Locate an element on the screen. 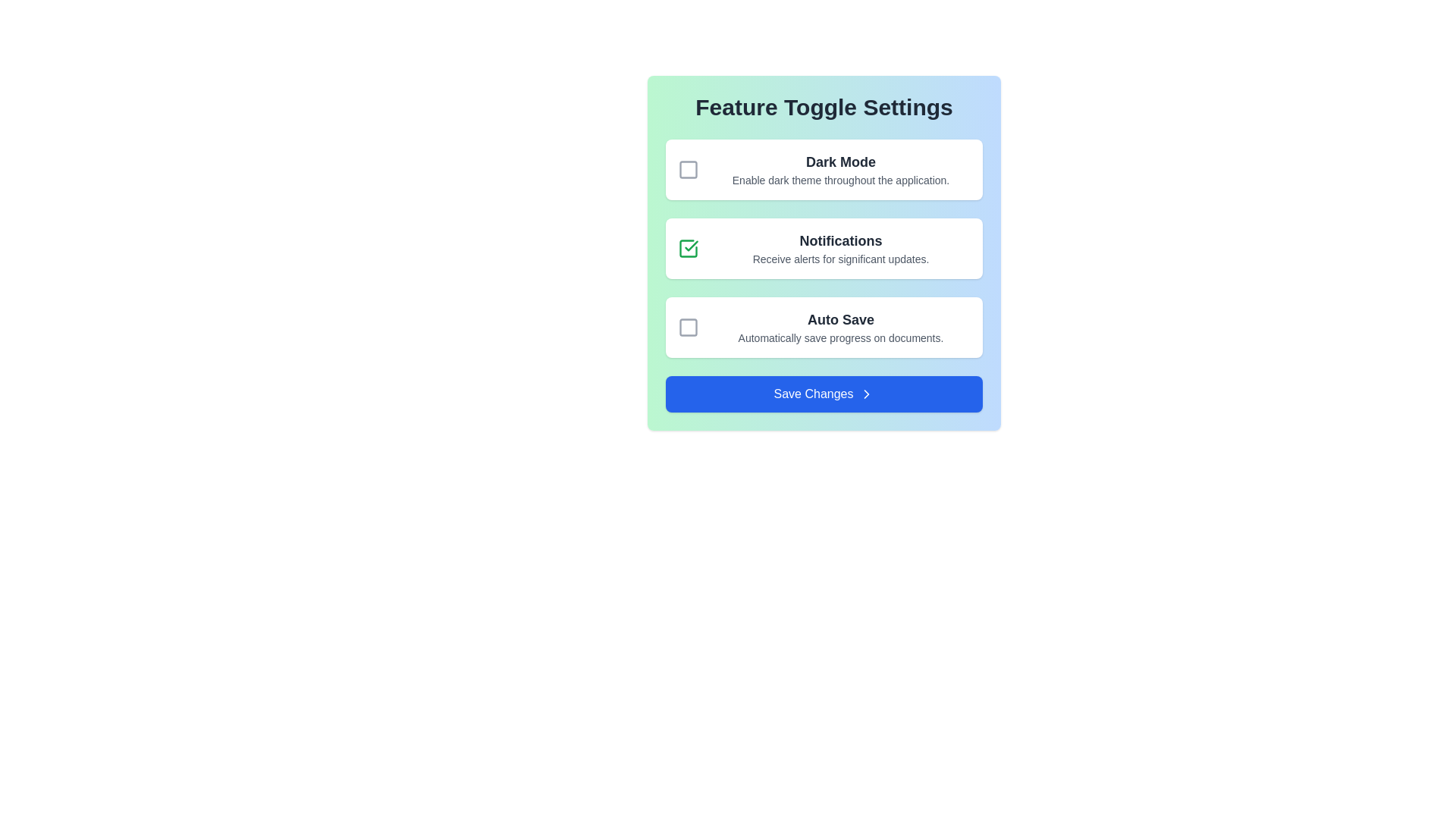  the 'Notifications' text label that describes the corresponding checkbox option for enabling or disabling notifications in the settings dialog is located at coordinates (839, 240).